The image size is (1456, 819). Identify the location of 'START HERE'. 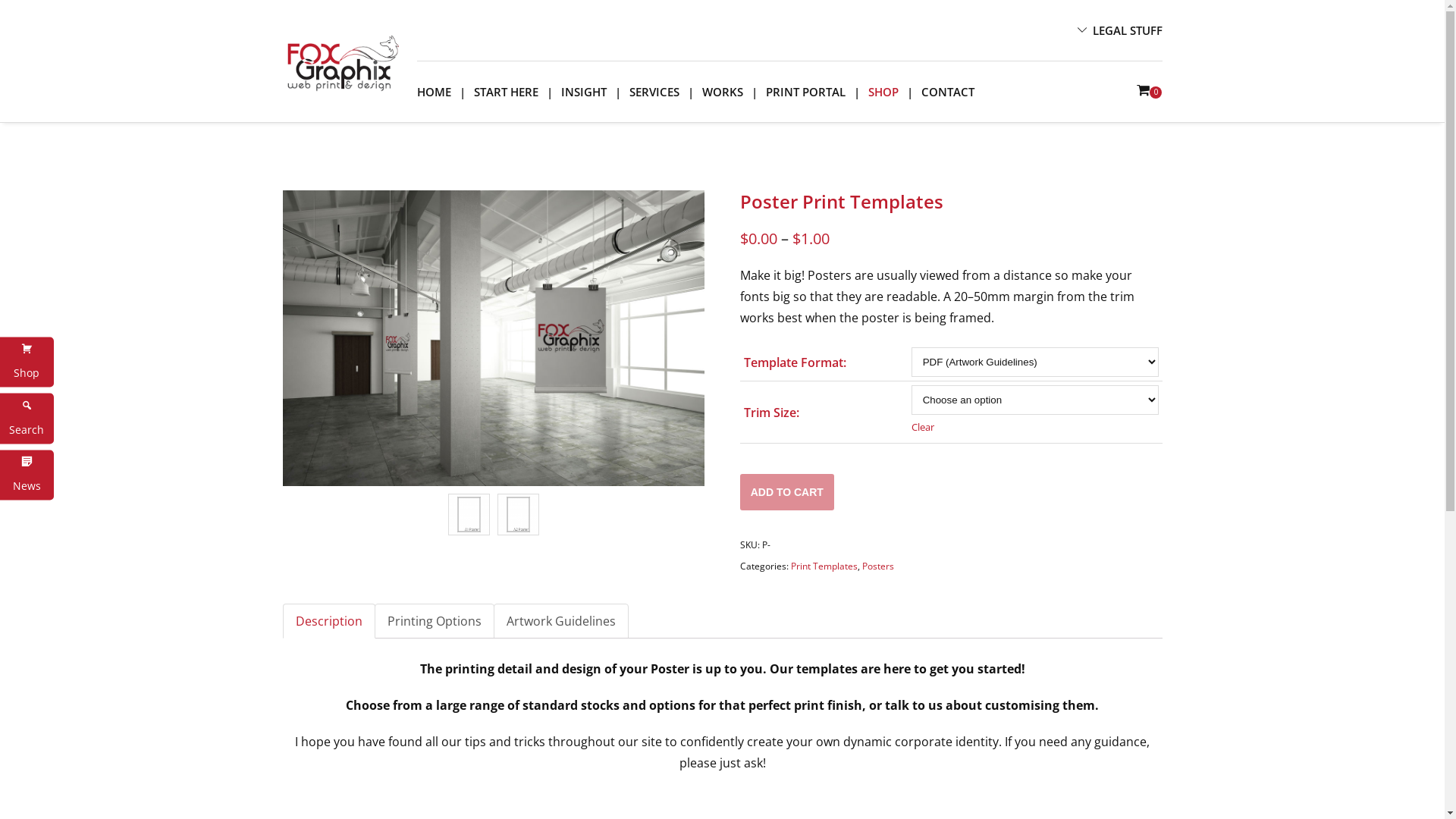
(506, 91).